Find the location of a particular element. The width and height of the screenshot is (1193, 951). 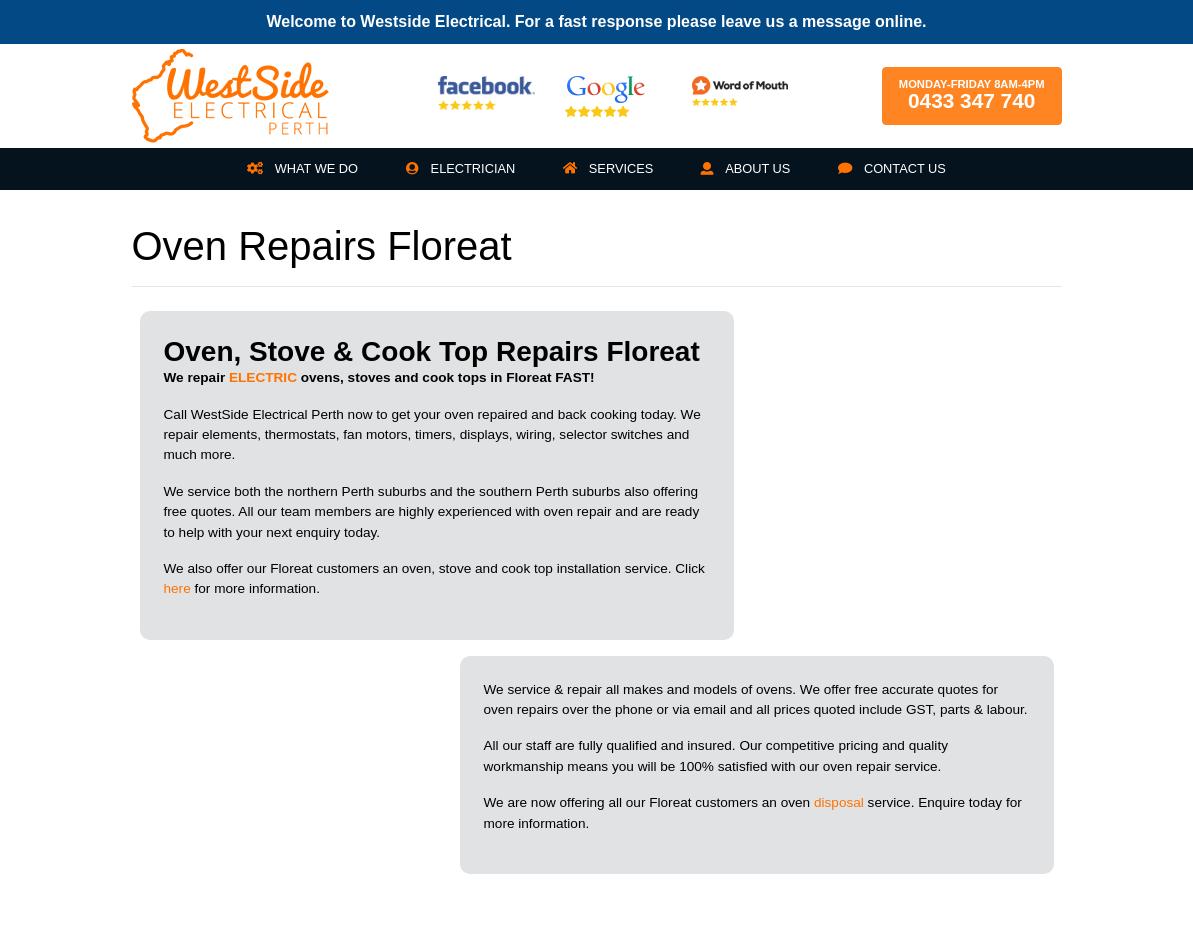

'Electrician' is located at coordinates (470, 168).